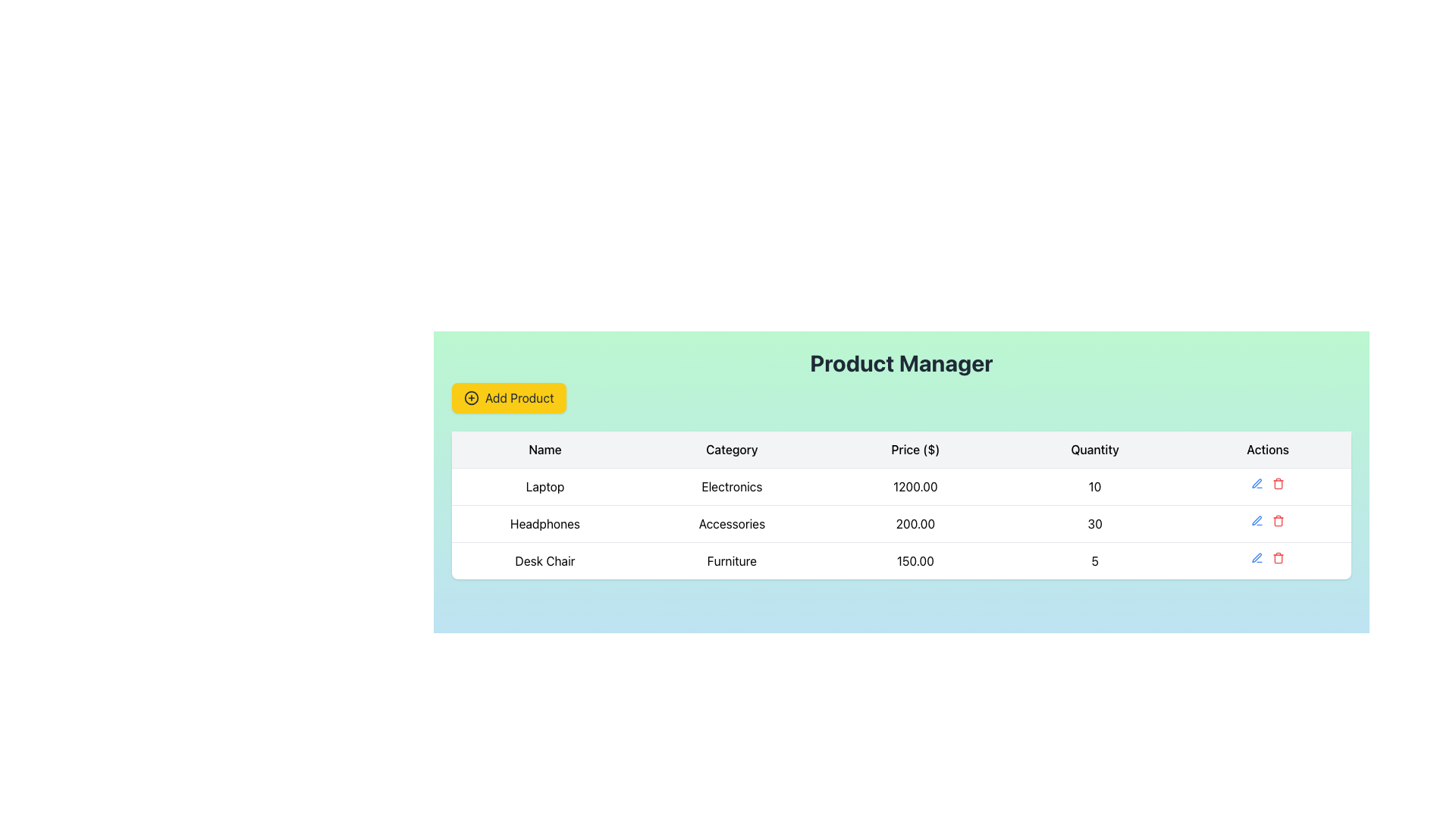 Image resolution: width=1456 pixels, height=819 pixels. Describe the element at coordinates (1095, 486) in the screenshot. I see `the static text display that shows the quantity of the product 'Laptop' in the product management table, located in the fourth column under the 'Quantity' header` at that location.